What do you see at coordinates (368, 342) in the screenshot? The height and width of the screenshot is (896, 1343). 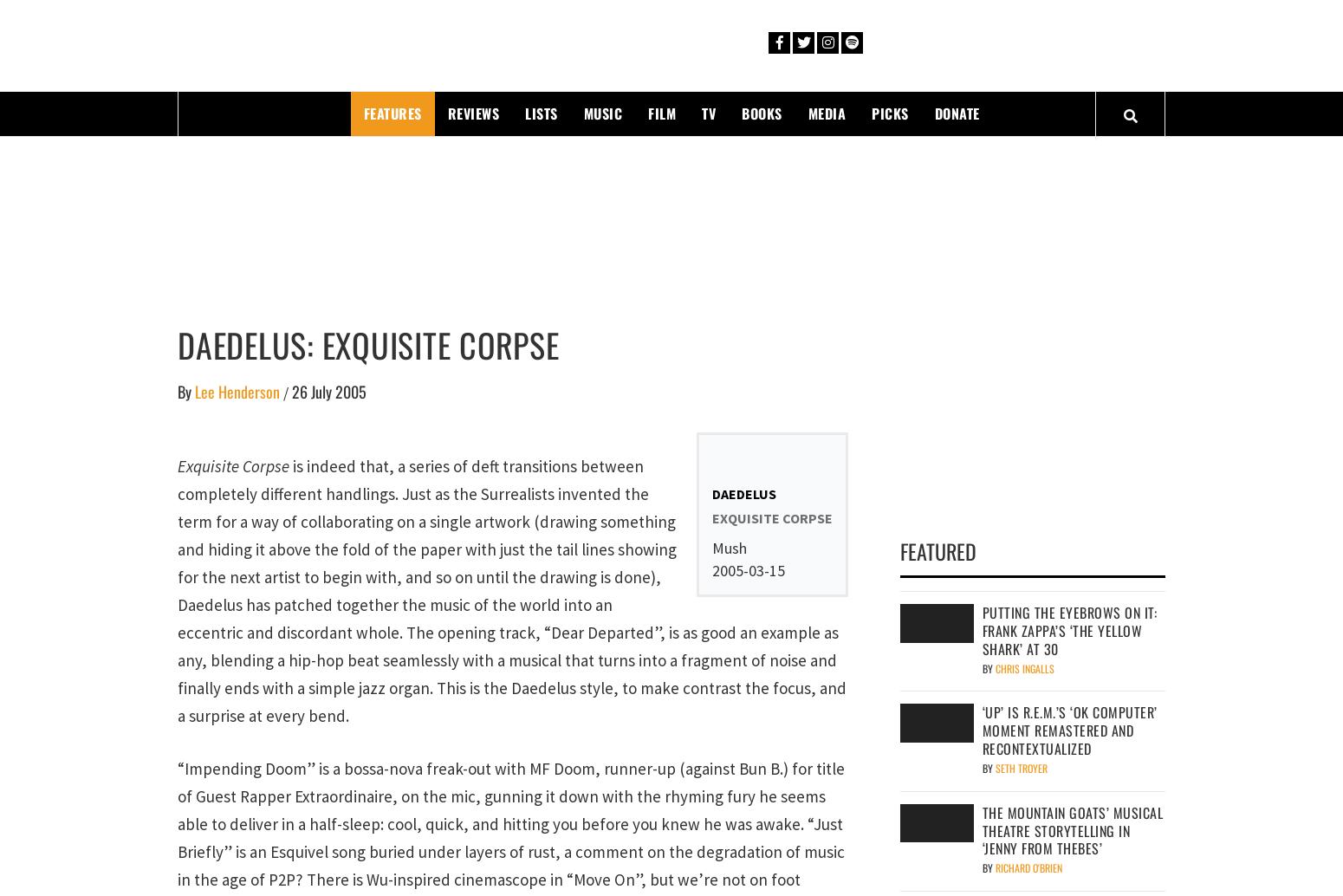 I see `'Daedelus: Exquisite Corpse'` at bounding box center [368, 342].